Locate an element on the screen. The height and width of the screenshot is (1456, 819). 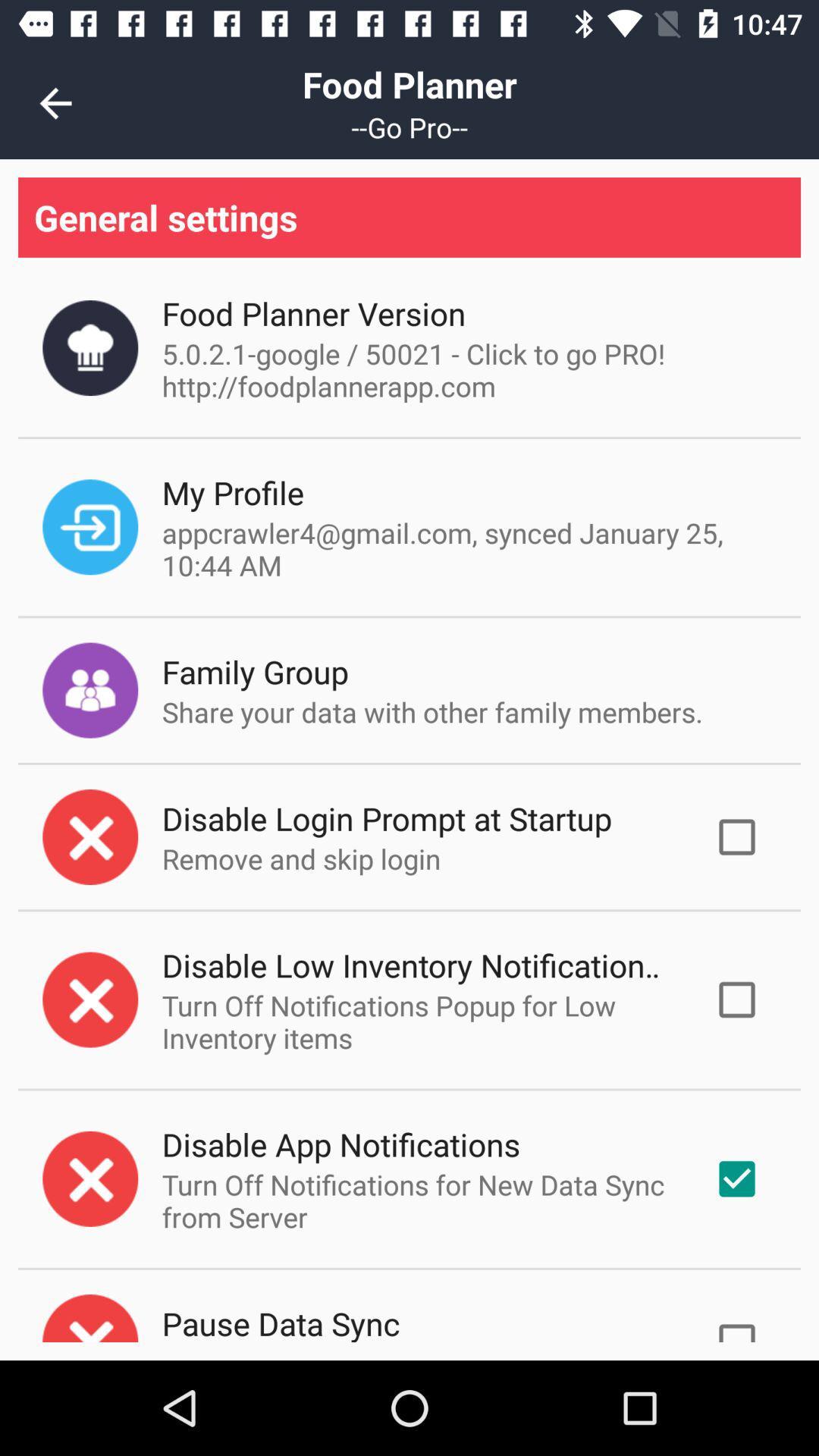
my profile icon is located at coordinates (233, 492).